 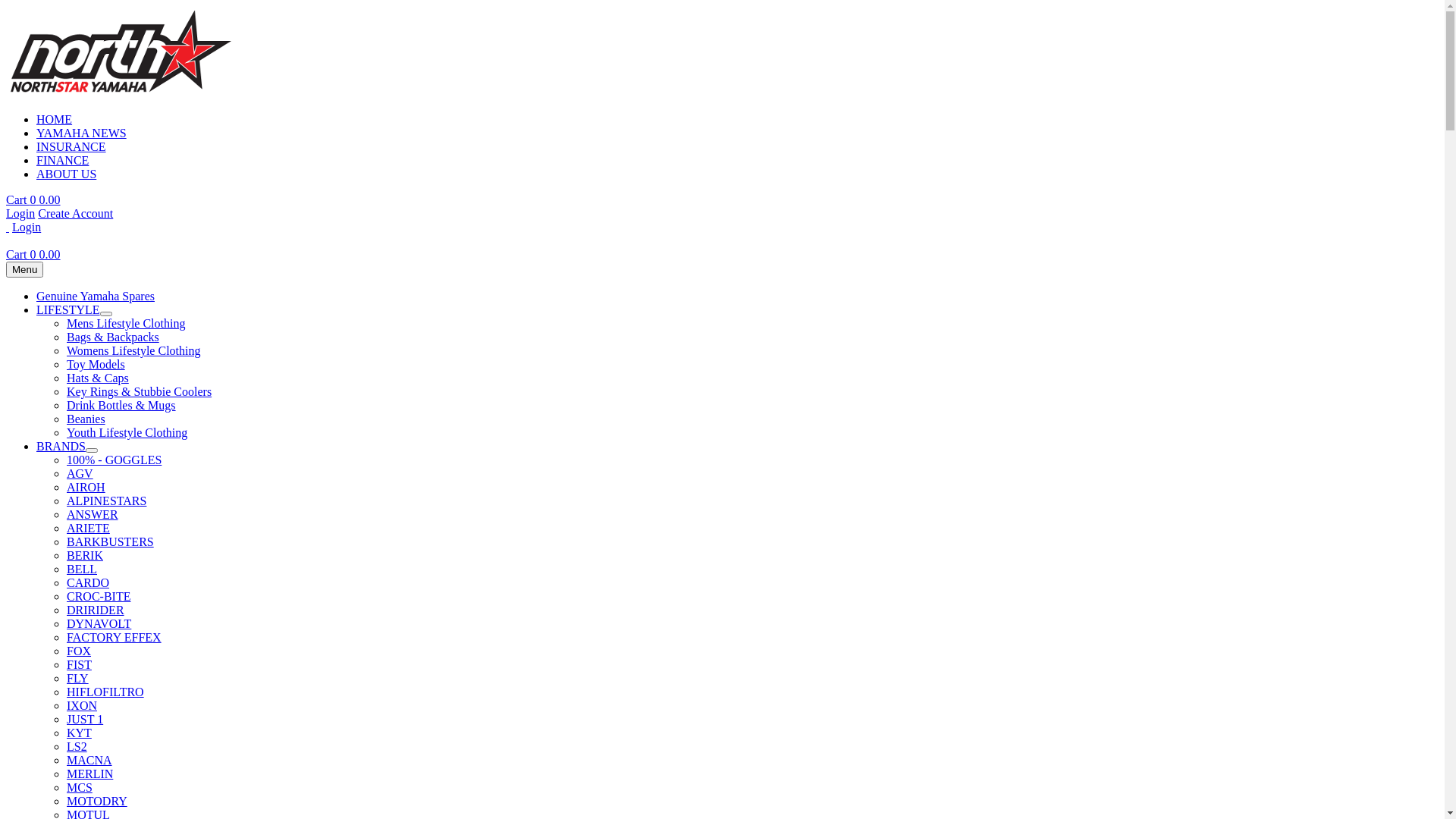 I want to click on 'YAMAHA NEWS', so click(x=80, y=132).